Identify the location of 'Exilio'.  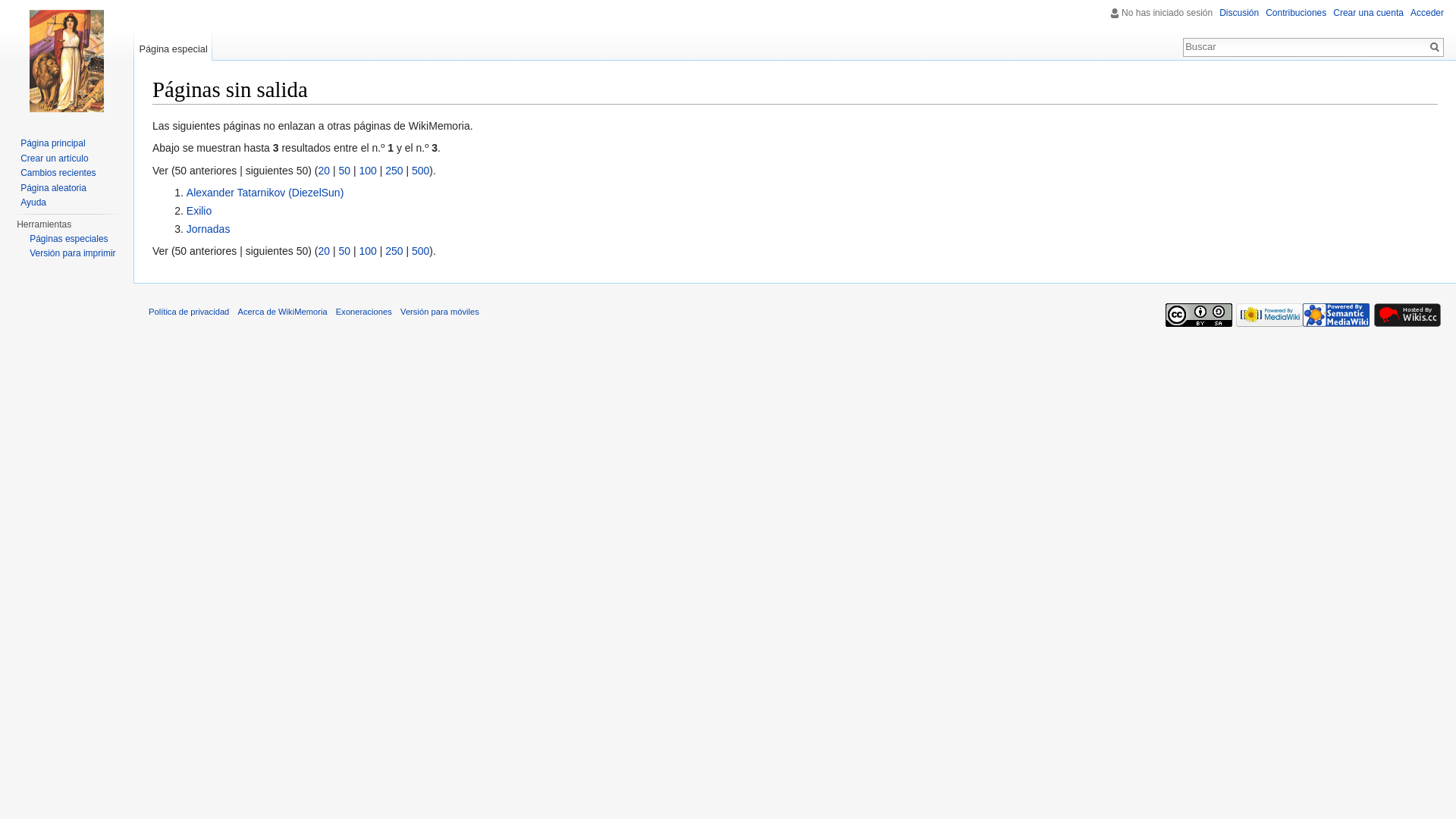
(185, 210).